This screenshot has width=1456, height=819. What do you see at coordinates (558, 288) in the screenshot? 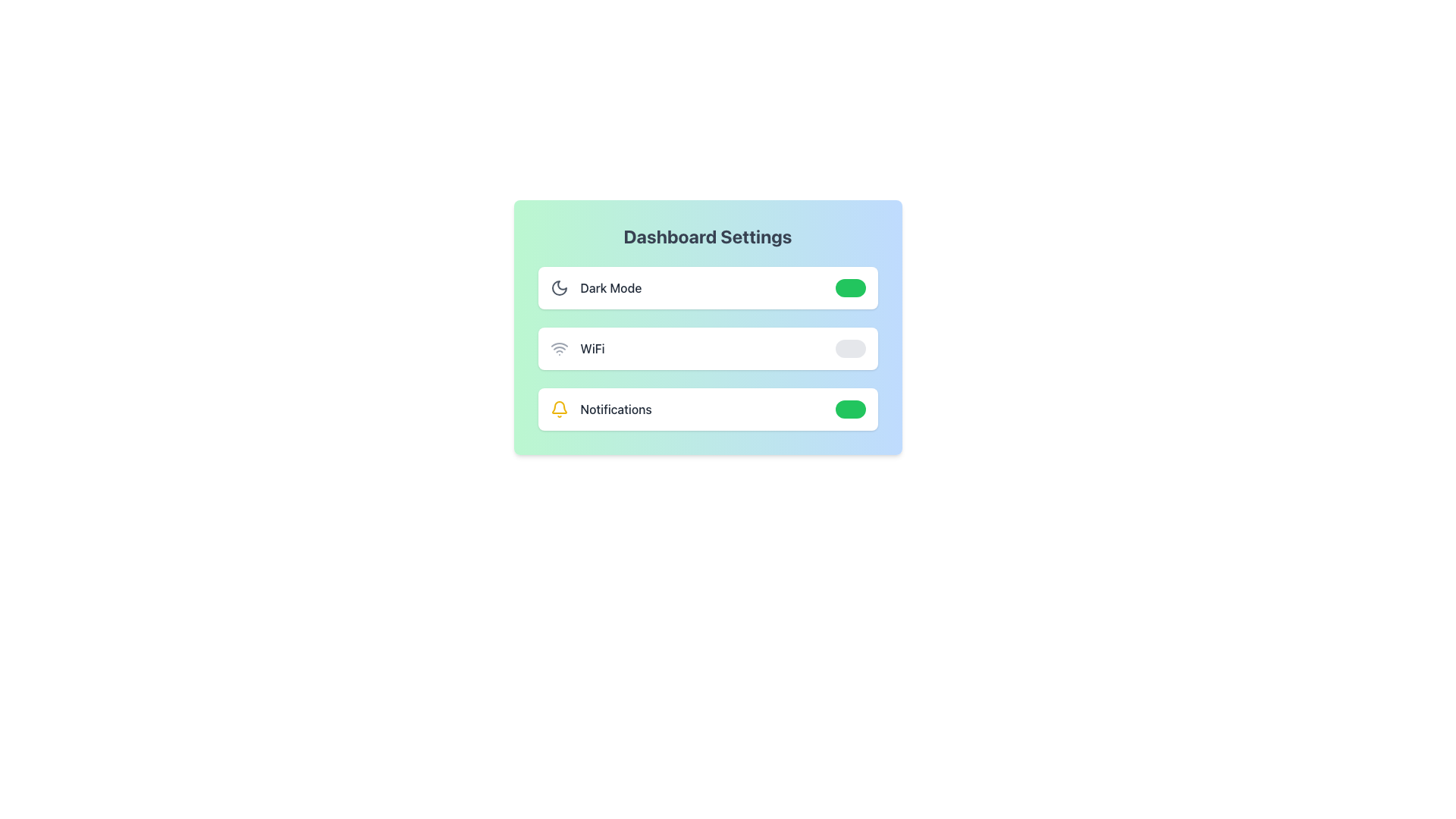
I see `the crescent moon icon representing 'Dark Mode' in the settings list, which is displayed in a minimalist style with a gray stroke, located in the top row adjacent to the toggle switch` at bounding box center [558, 288].